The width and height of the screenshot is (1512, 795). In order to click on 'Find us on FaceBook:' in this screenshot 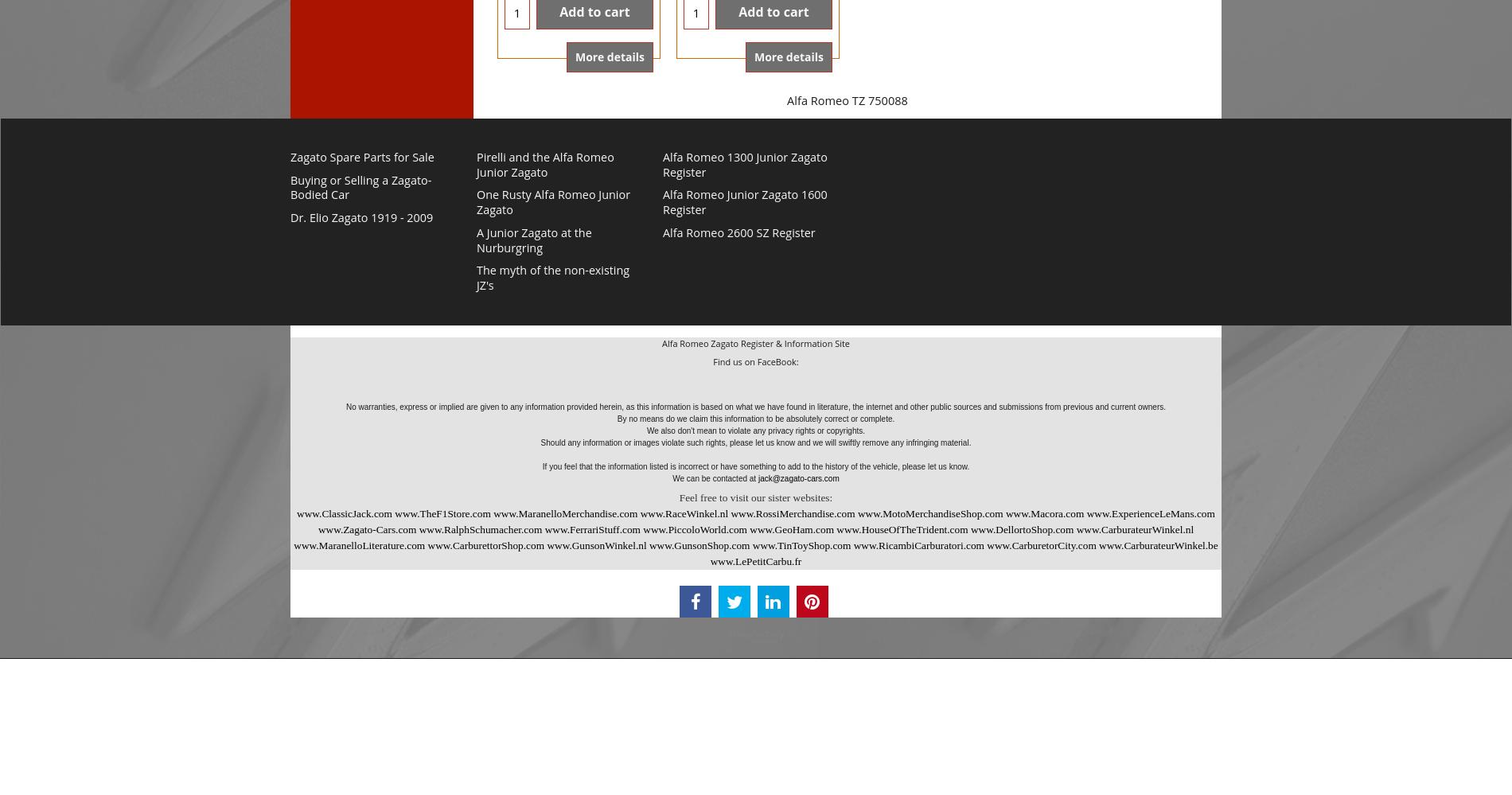, I will do `click(754, 360)`.